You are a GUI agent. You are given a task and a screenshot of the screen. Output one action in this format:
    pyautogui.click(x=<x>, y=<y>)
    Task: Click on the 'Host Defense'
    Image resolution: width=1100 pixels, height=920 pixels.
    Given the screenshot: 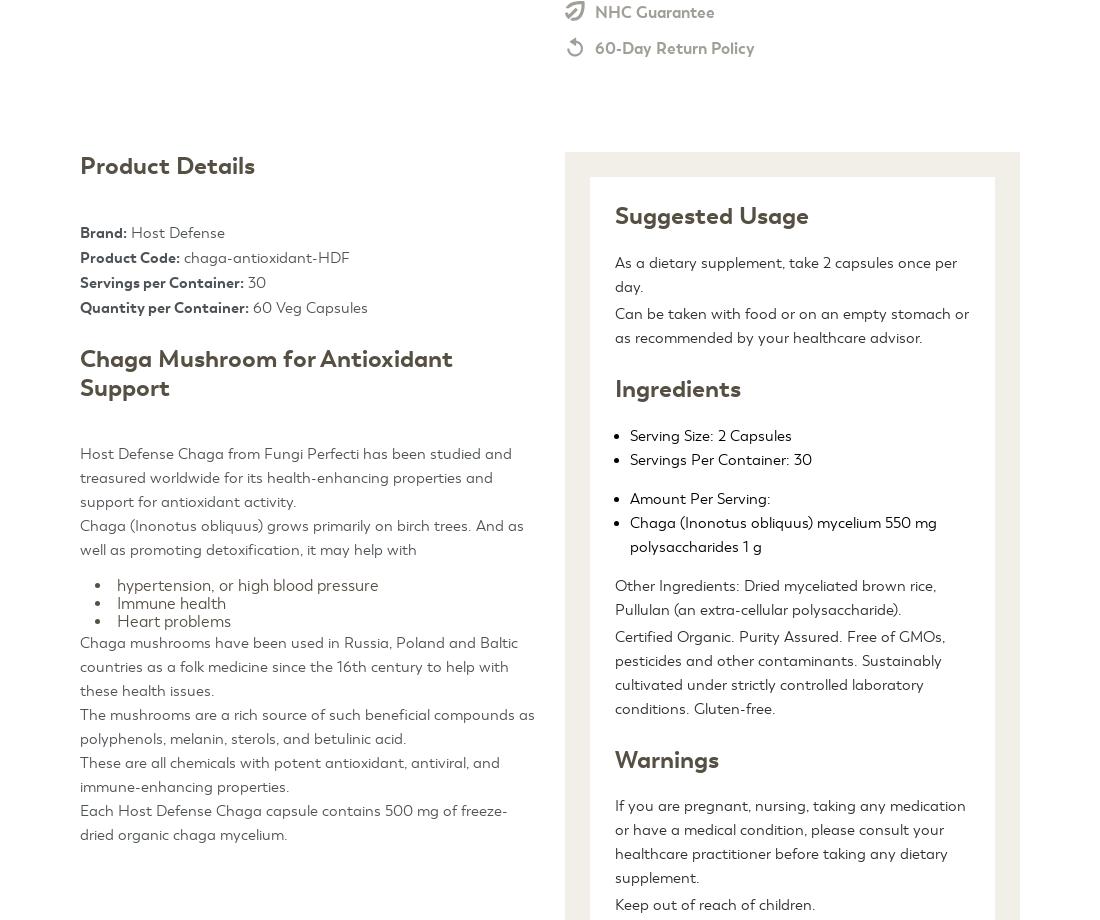 What is the action you would take?
    pyautogui.click(x=175, y=232)
    